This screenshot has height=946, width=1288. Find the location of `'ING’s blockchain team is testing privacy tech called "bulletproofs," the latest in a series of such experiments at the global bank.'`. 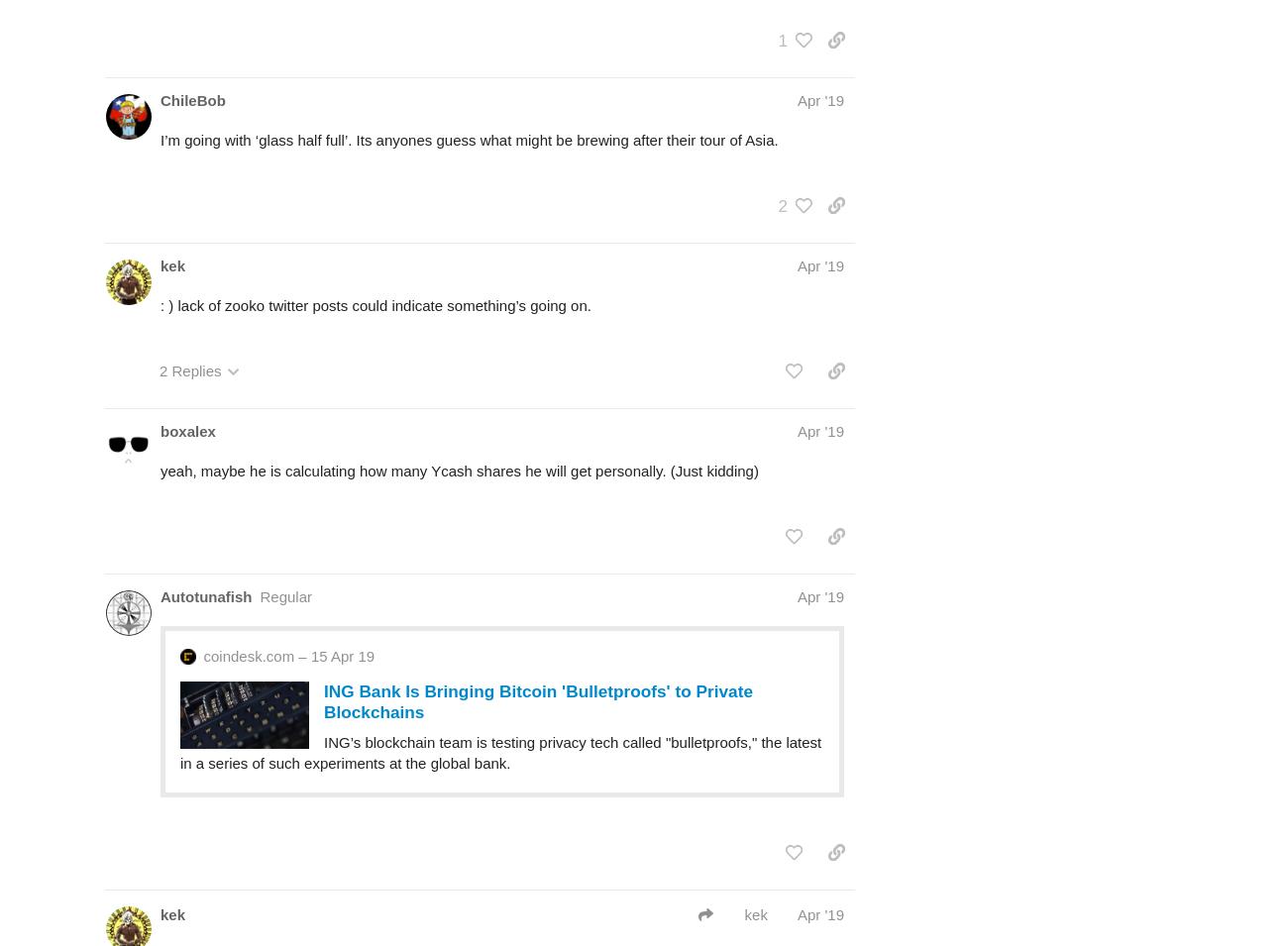

'ING’s blockchain team is testing privacy tech called "bulletproofs," the latest in a series of such experiments at the global bank.' is located at coordinates (500, 751).